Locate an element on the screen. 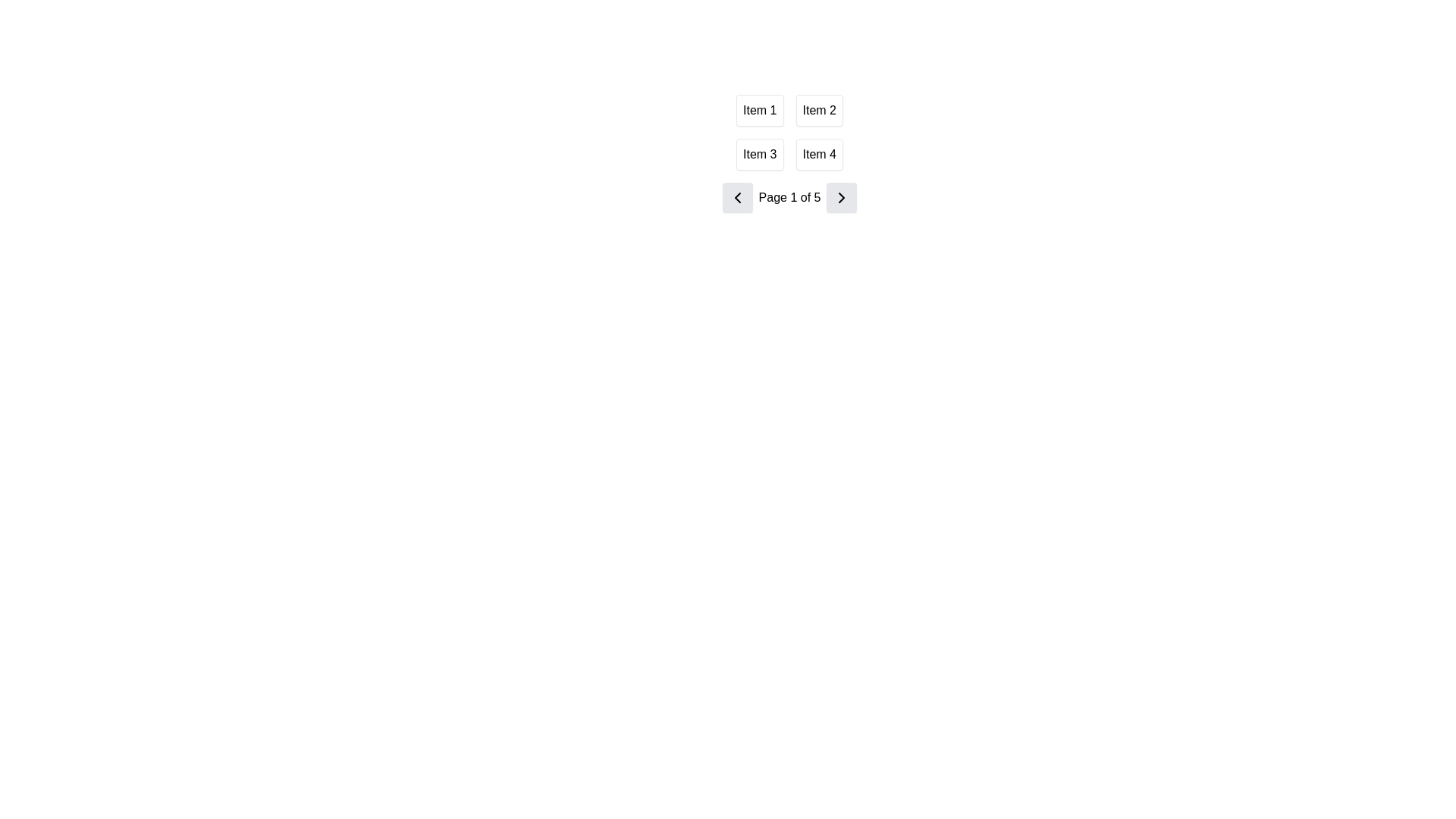 The height and width of the screenshot is (819, 1456). the rectangular button with a light gray background and a right-pointing black chevron is located at coordinates (841, 197).